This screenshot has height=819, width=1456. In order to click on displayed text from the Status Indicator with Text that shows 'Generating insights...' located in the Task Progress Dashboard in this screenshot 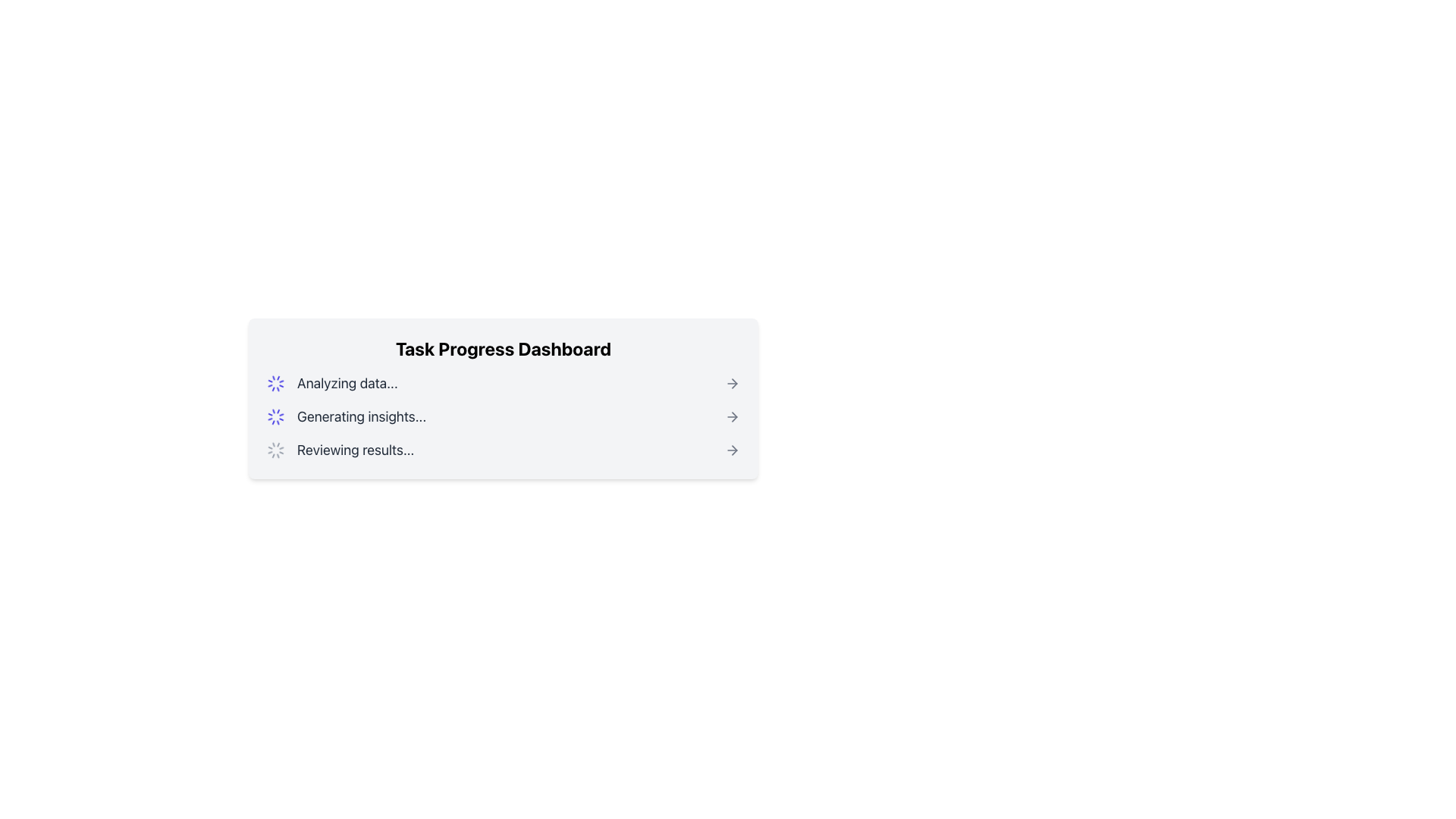, I will do `click(346, 417)`.